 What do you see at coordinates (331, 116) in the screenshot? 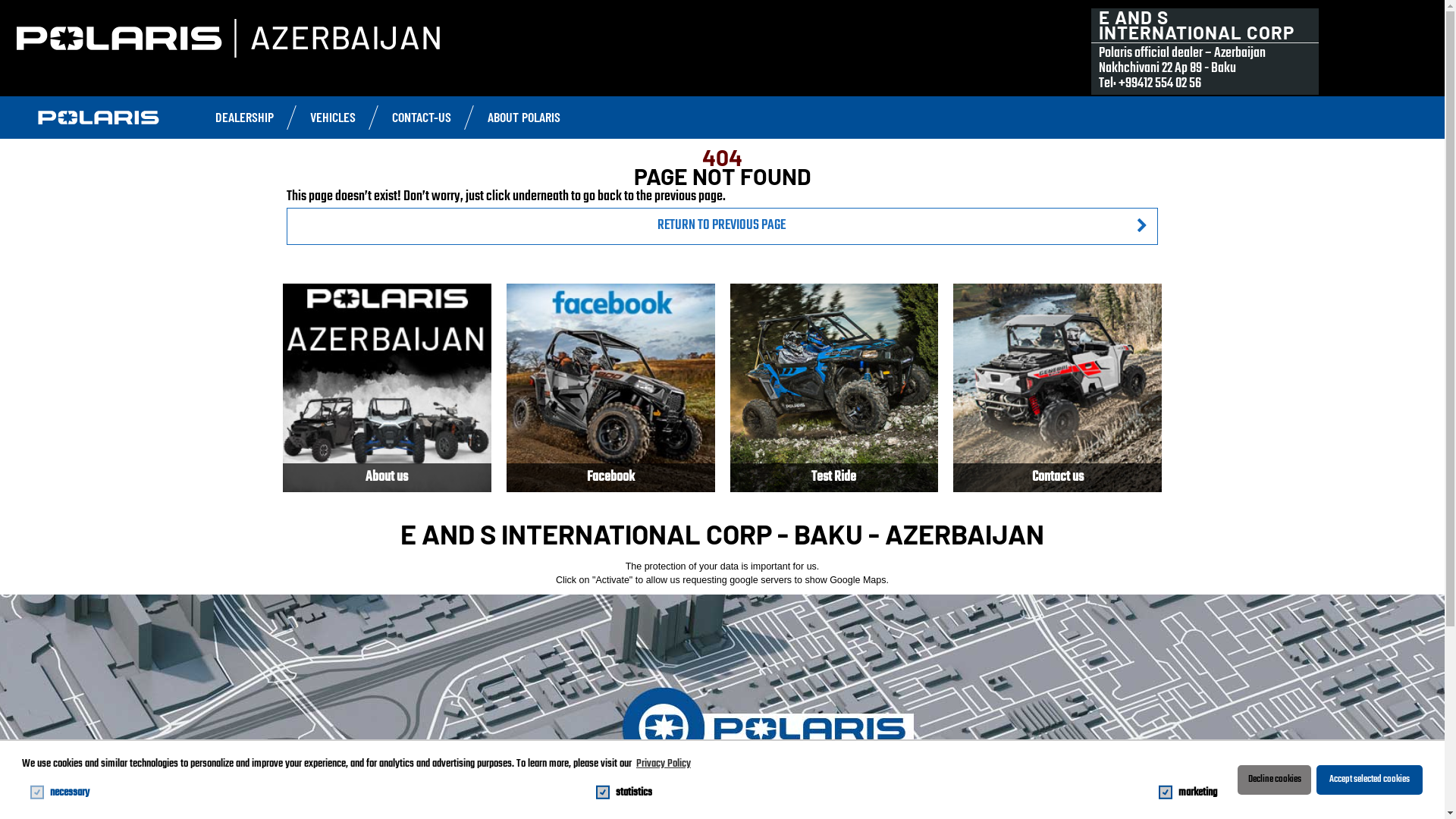
I see `'VEHICLES'` at bounding box center [331, 116].